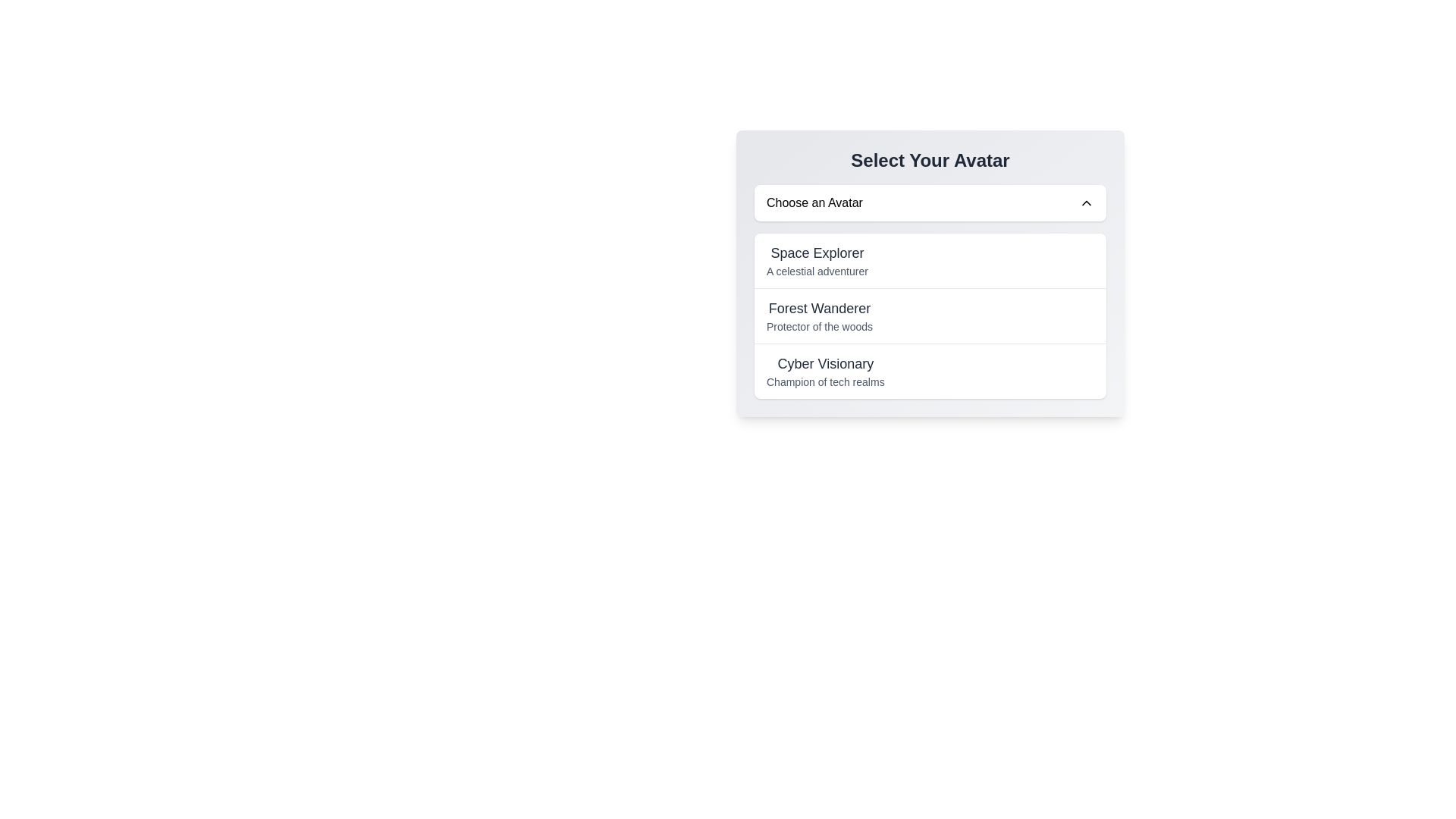 Image resolution: width=1456 pixels, height=819 pixels. What do you see at coordinates (824, 363) in the screenshot?
I see `text label 'Cyber Visionary', which is prominently displayed at the top of a two-line item in a dropdown menu interface` at bounding box center [824, 363].